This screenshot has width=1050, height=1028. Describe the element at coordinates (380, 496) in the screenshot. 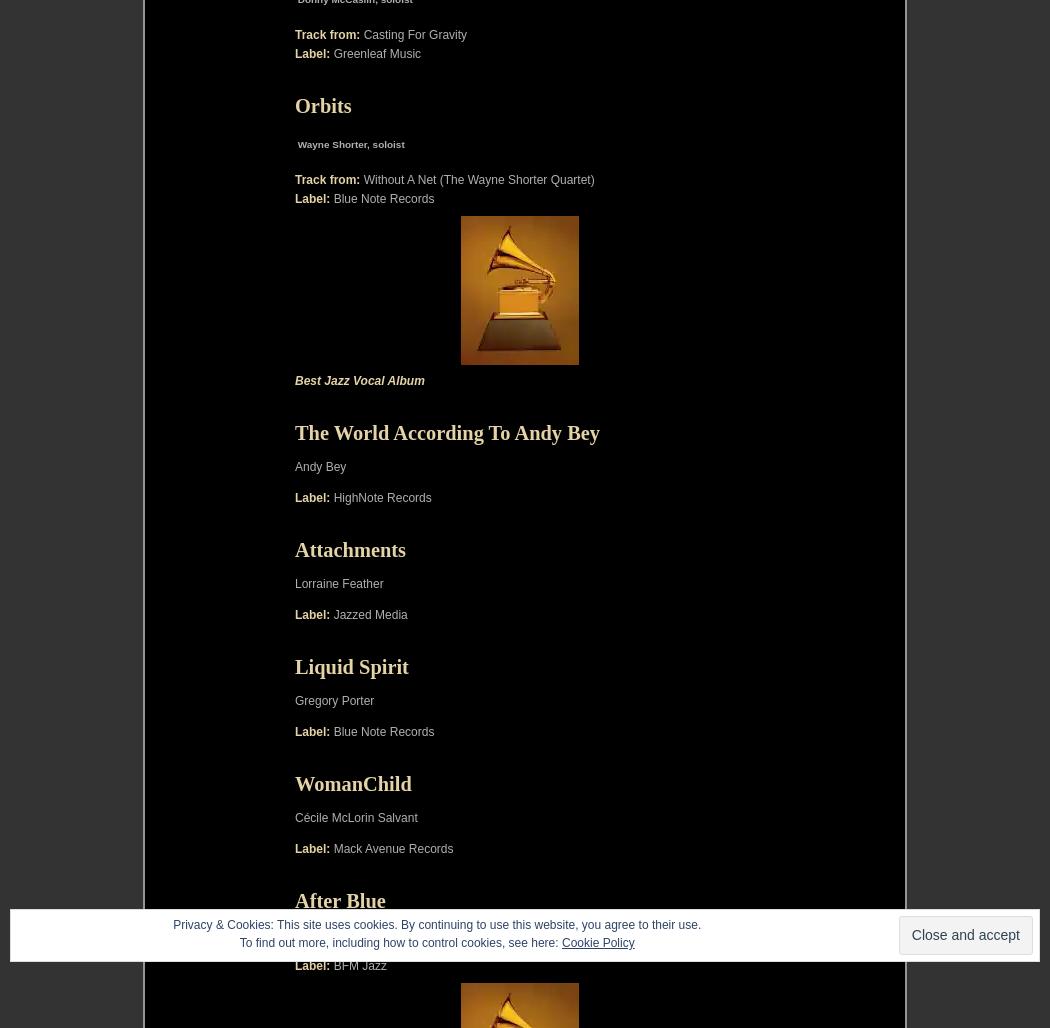

I see `'HighNote Records'` at that location.